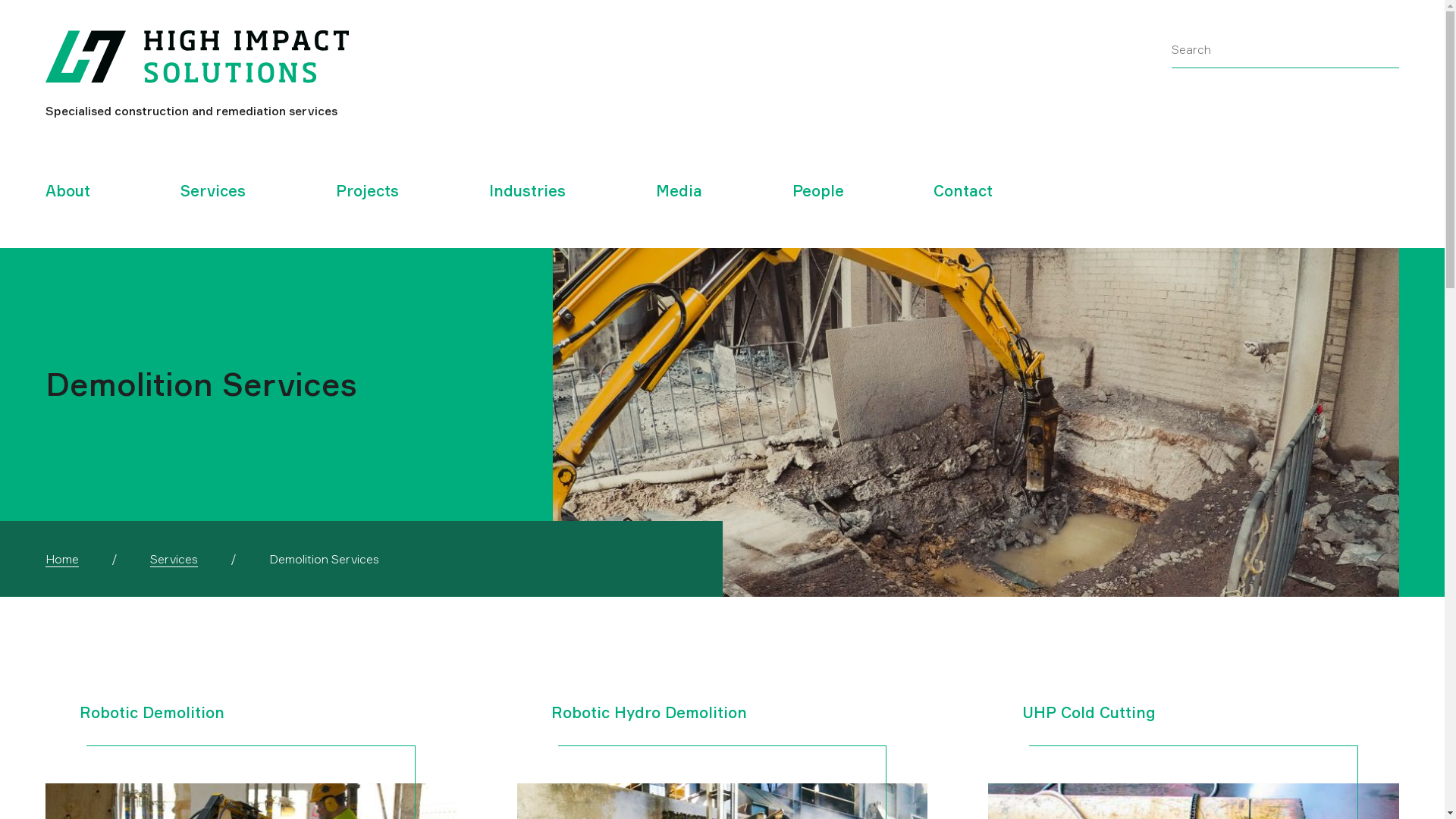  I want to click on 'Industries', so click(527, 190).